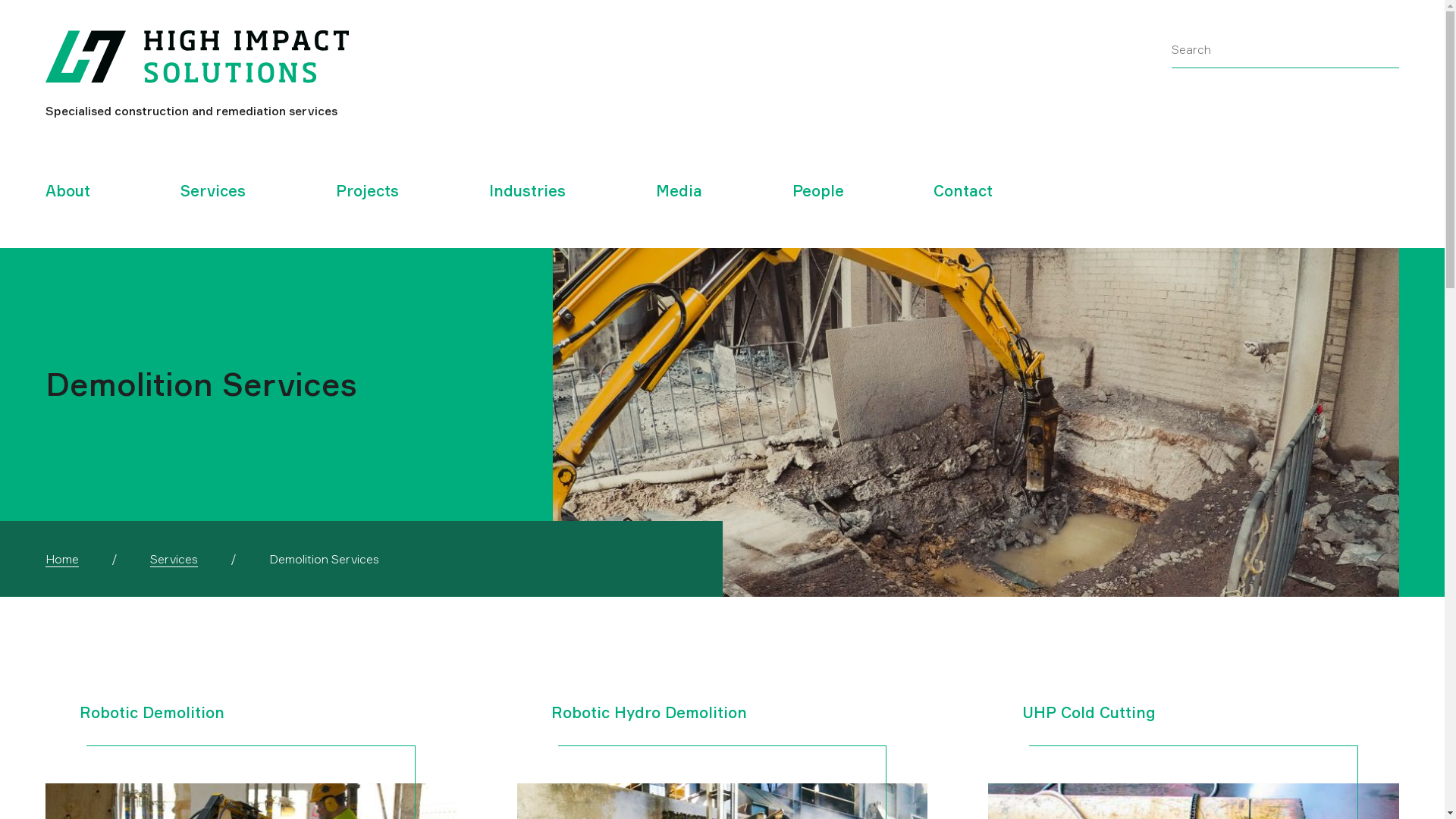  I want to click on 'Industries', so click(527, 190).